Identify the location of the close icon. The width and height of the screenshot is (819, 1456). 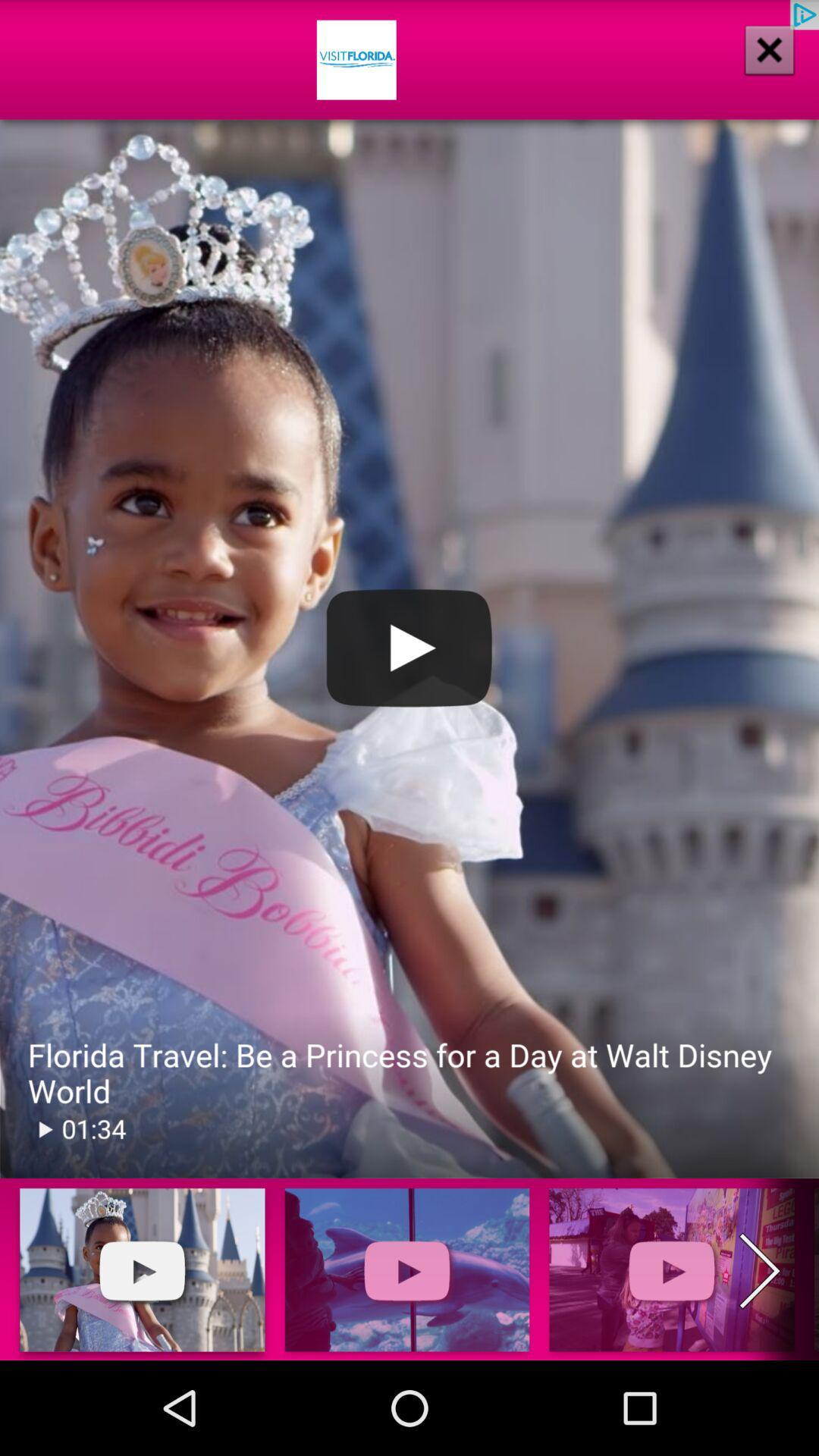
(769, 53).